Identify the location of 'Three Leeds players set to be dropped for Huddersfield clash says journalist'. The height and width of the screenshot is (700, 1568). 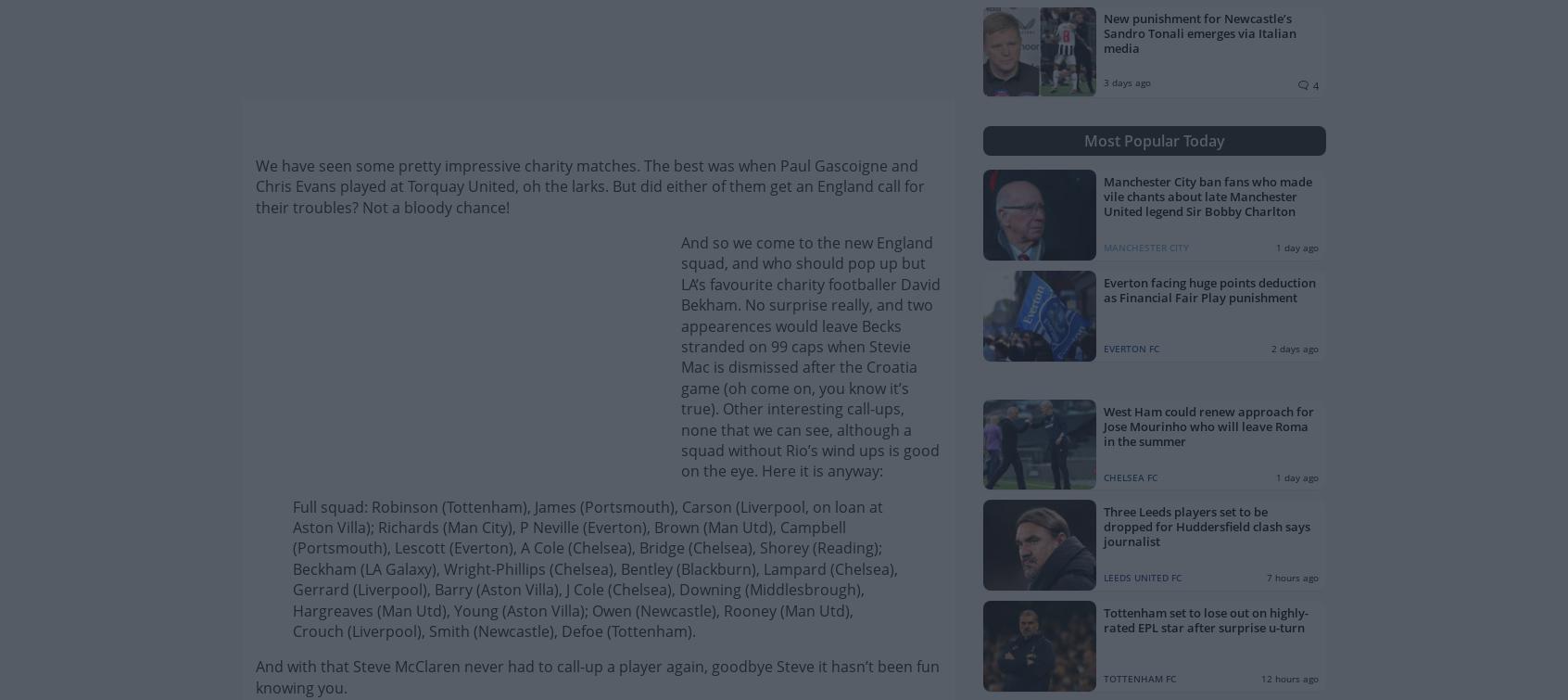
(1206, 525).